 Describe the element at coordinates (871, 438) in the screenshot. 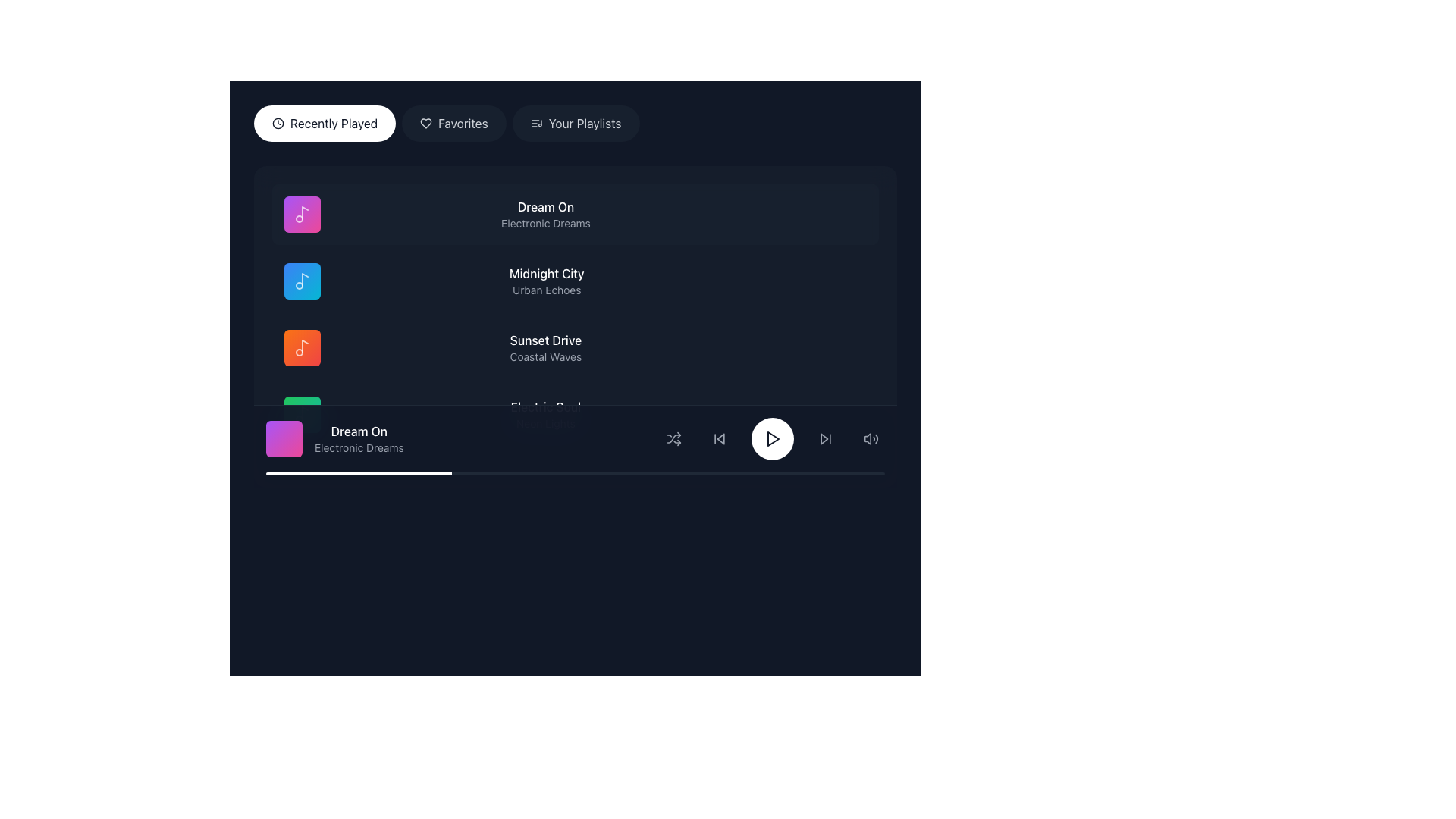

I see `the speaker icon button in the music player interface` at that location.